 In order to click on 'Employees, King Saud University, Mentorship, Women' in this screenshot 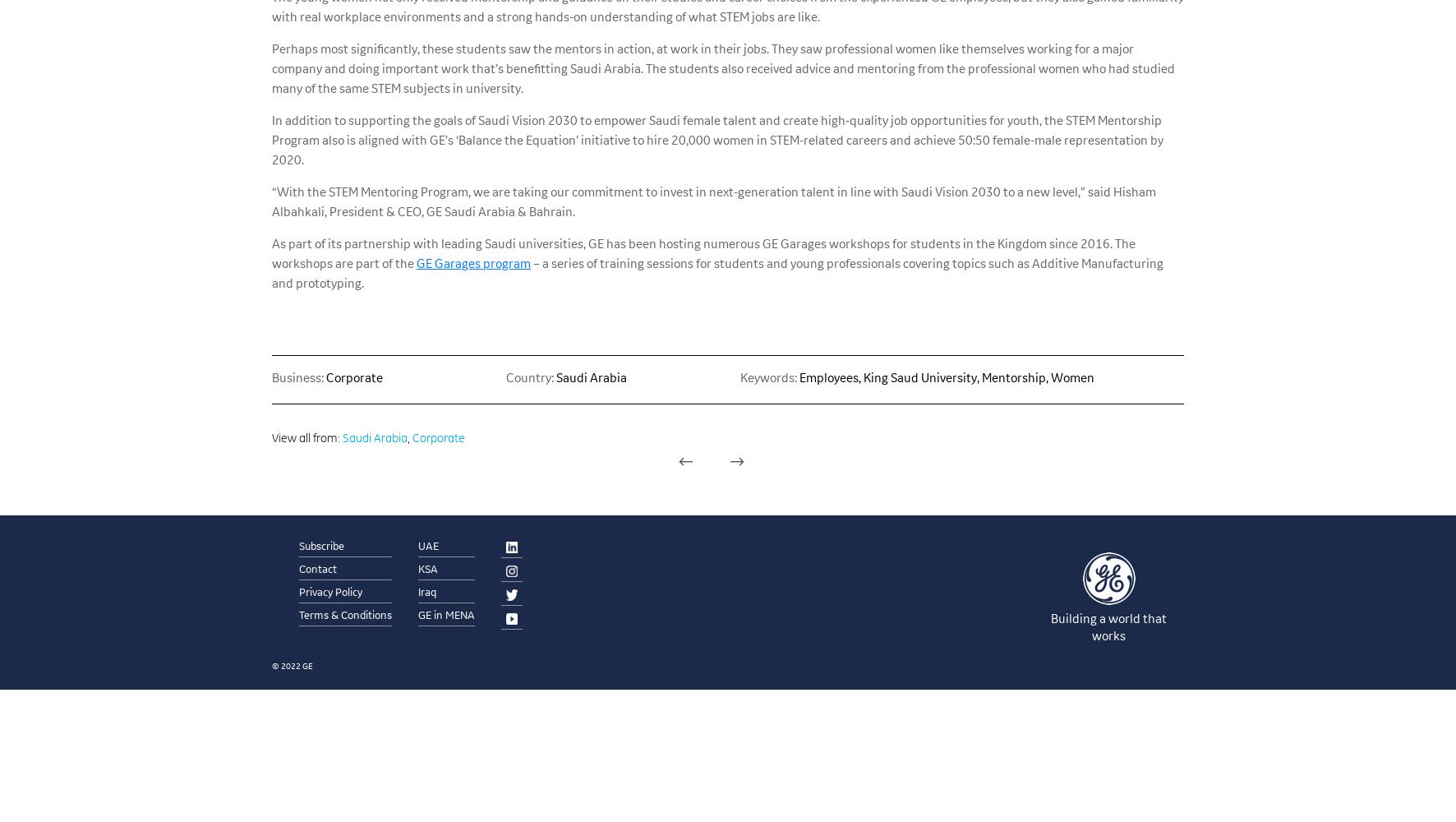, I will do `click(946, 376)`.